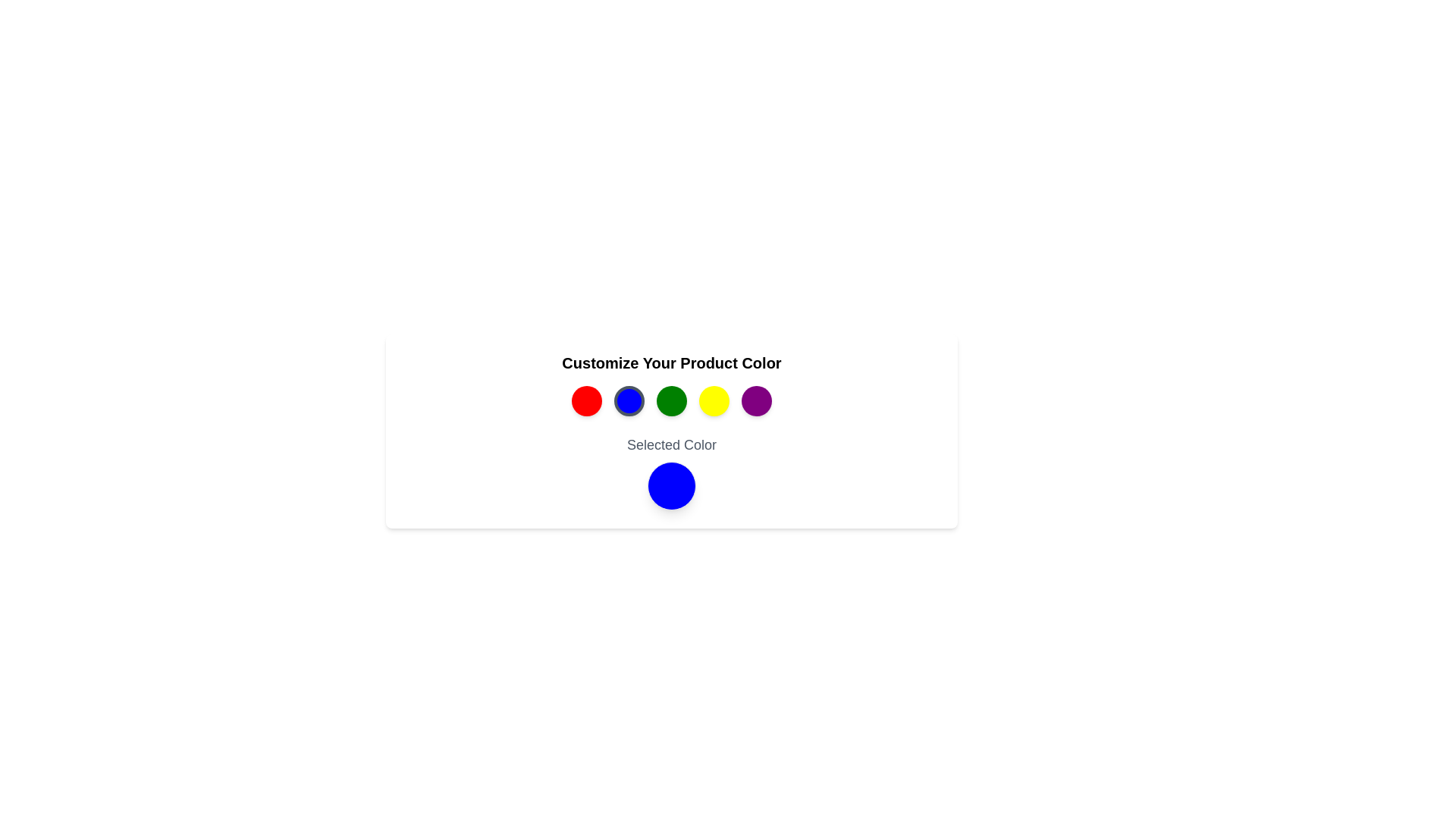 The height and width of the screenshot is (819, 1456). What do you see at coordinates (585, 400) in the screenshot?
I see `the color button corresponding to red` at bounding box center [585, 400].